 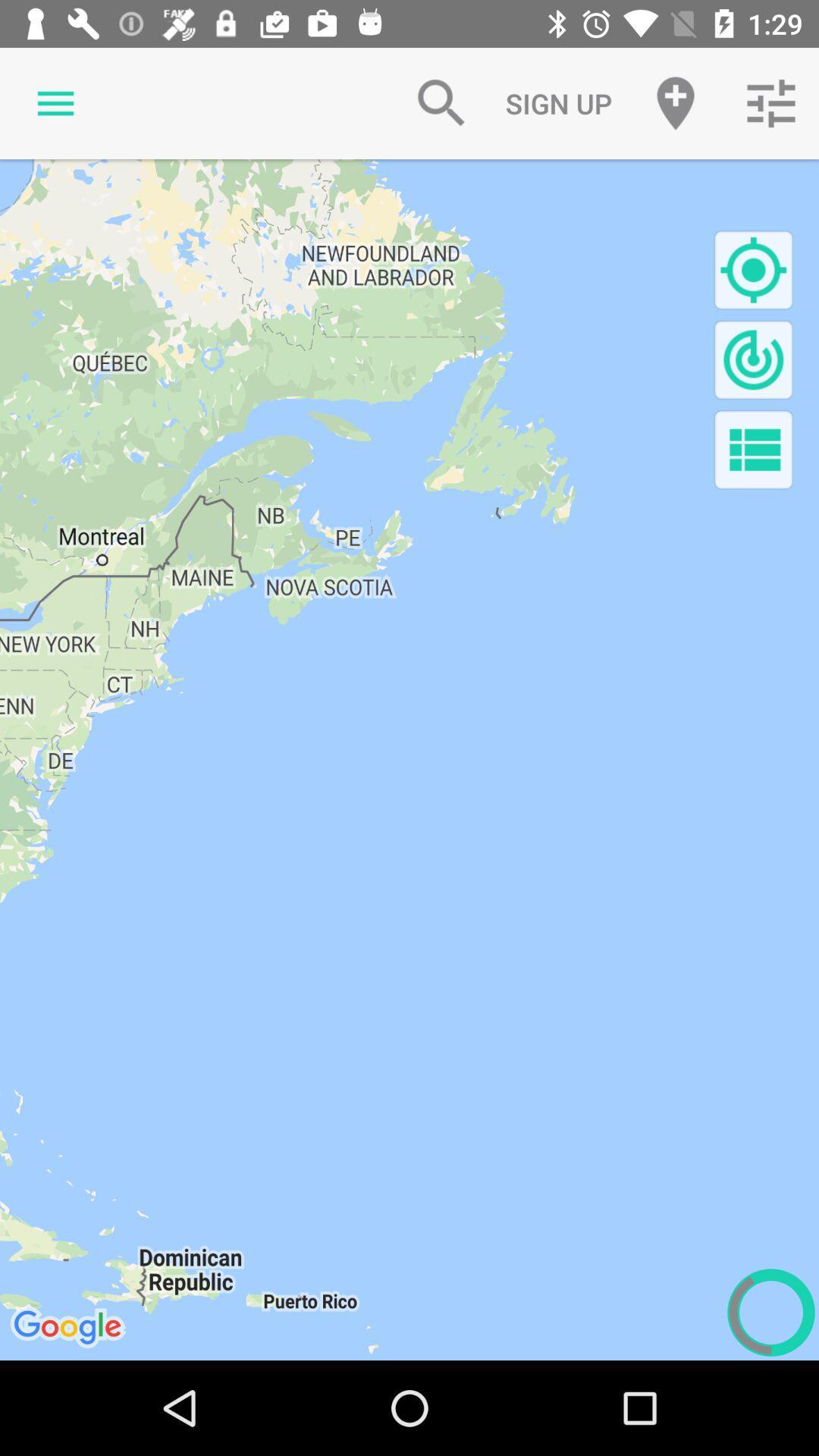 I want to click on item to the left of the sign up icon, so click(x=441, y=102).